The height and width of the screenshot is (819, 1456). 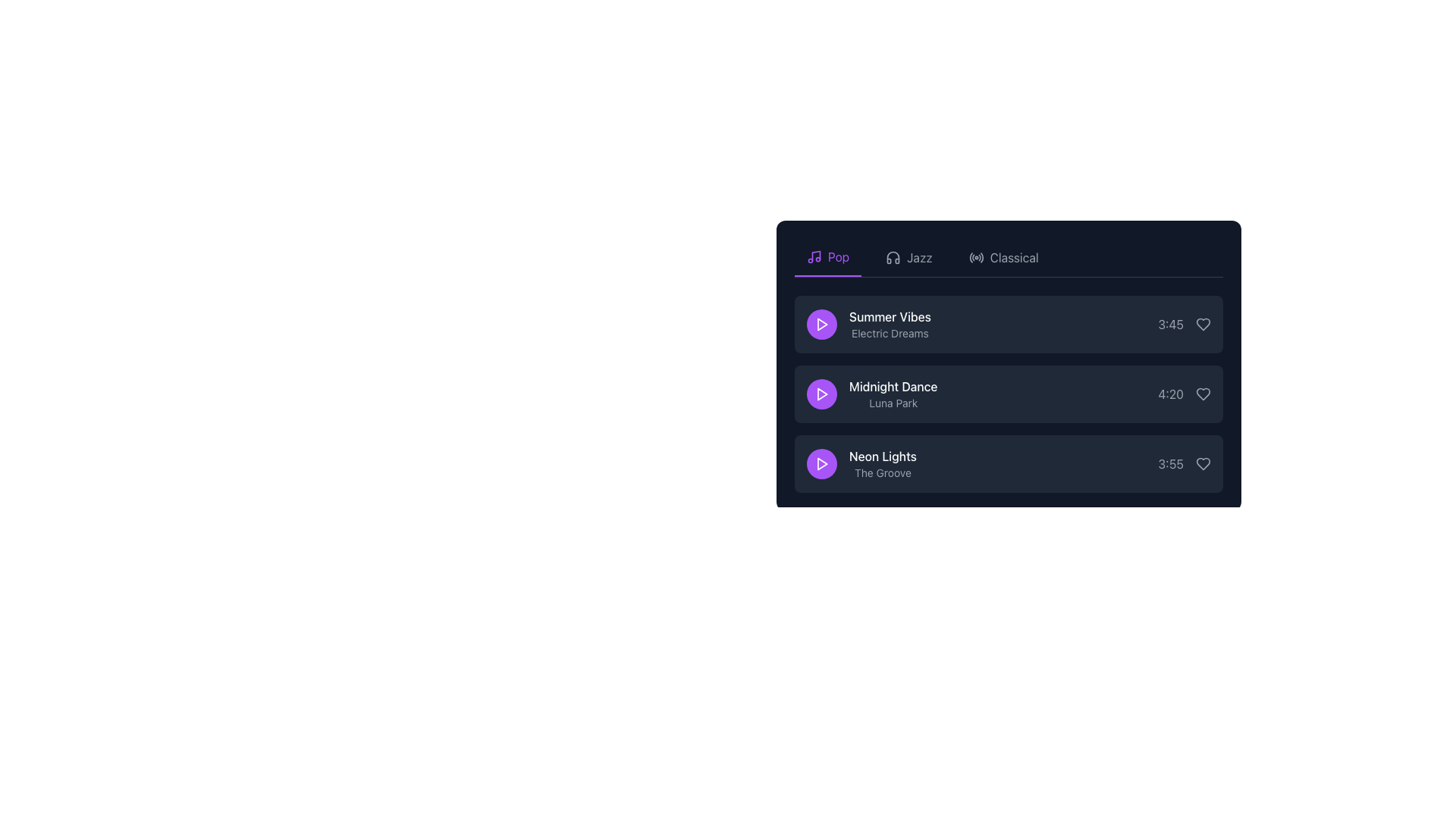 I want to click on the circular play button on the 'Summer Vibes' list item, so click(x=1009, y=324).